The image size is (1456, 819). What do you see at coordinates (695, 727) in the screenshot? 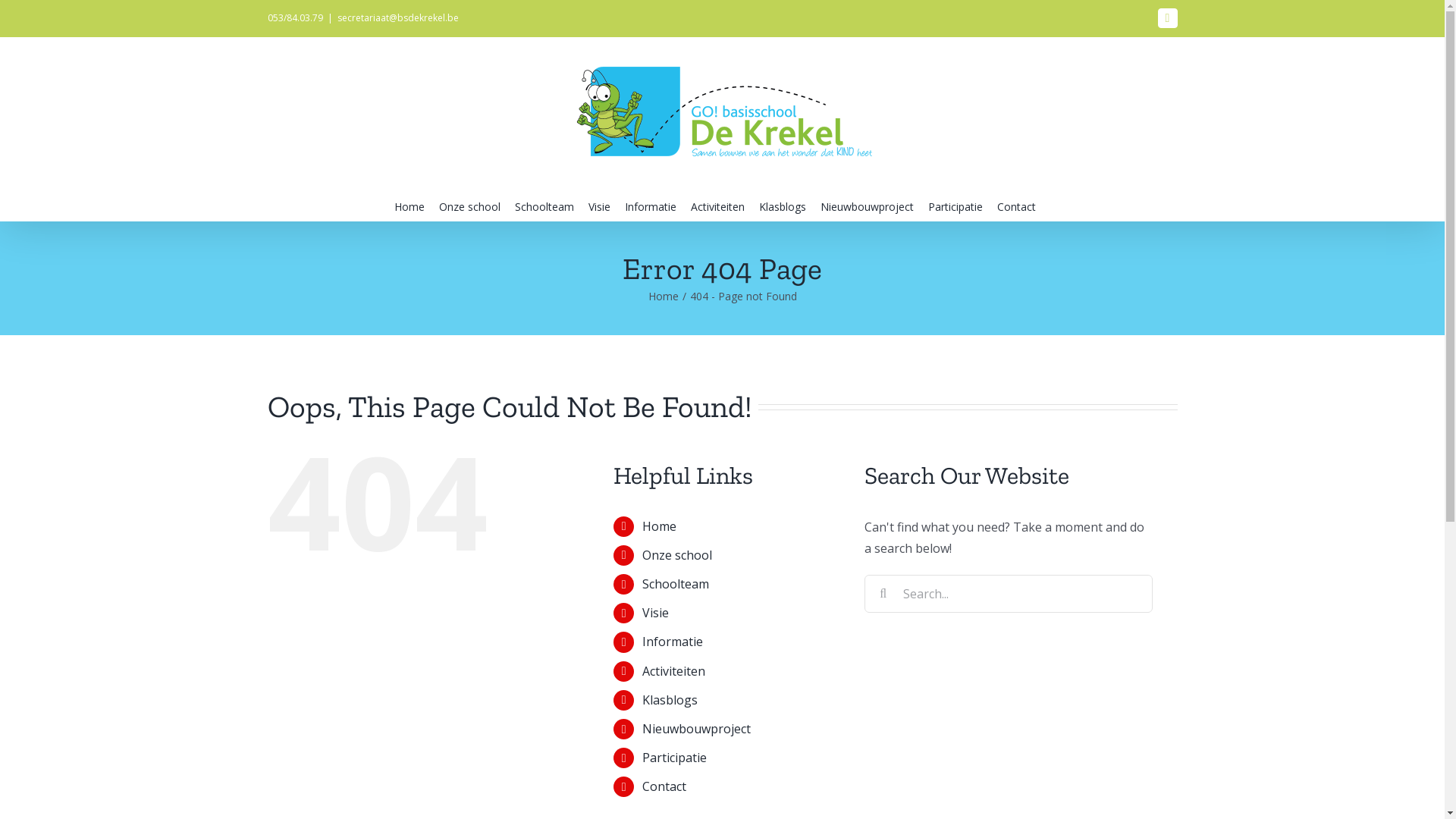
I see `'Nieuwbouwproject'` at bounding box center [695, 727].